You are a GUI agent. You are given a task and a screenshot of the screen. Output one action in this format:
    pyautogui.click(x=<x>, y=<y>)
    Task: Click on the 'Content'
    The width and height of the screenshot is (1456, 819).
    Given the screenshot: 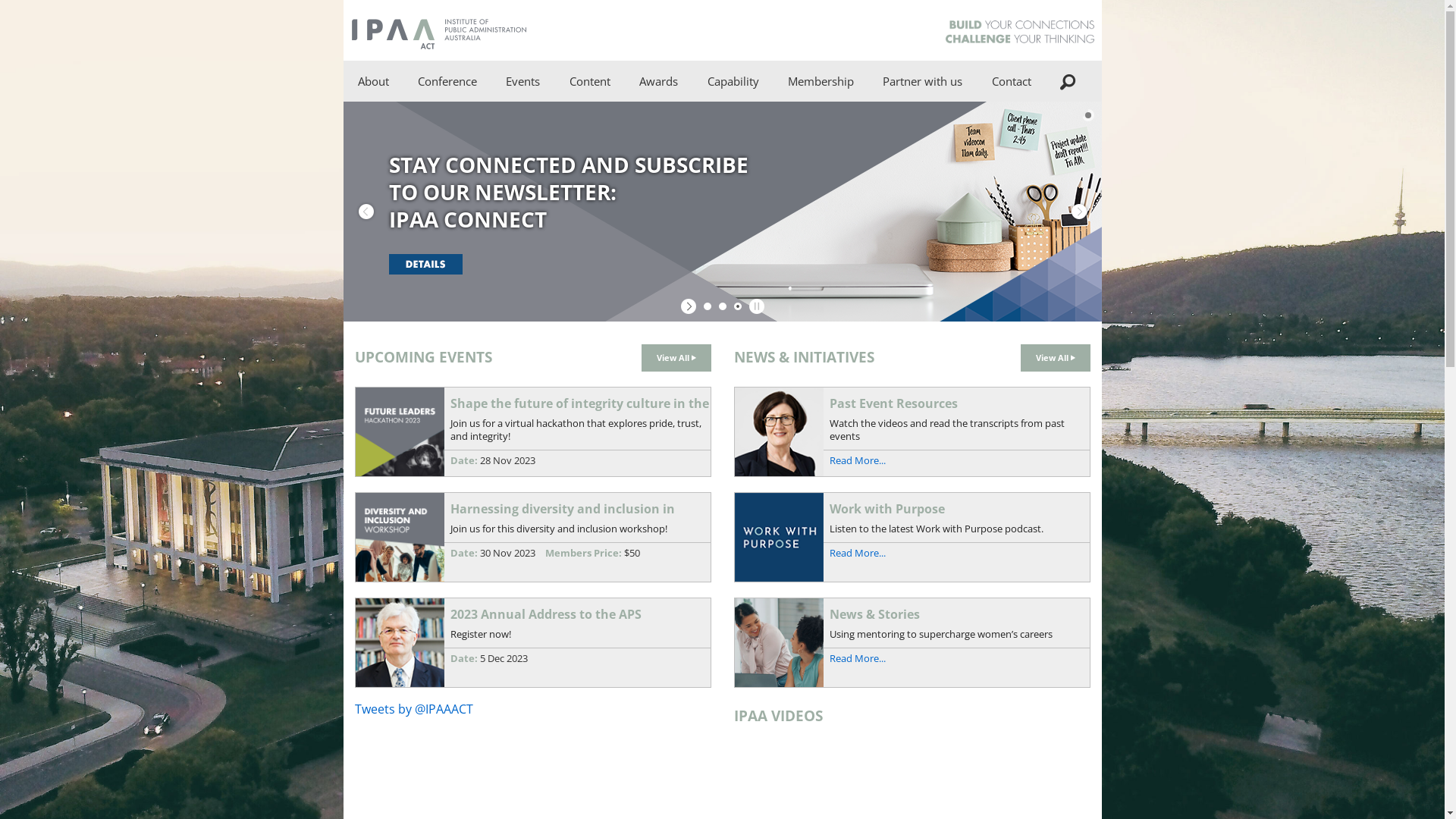 What is the action you would take?
    pyautogui.click(x=554, y=81)
    